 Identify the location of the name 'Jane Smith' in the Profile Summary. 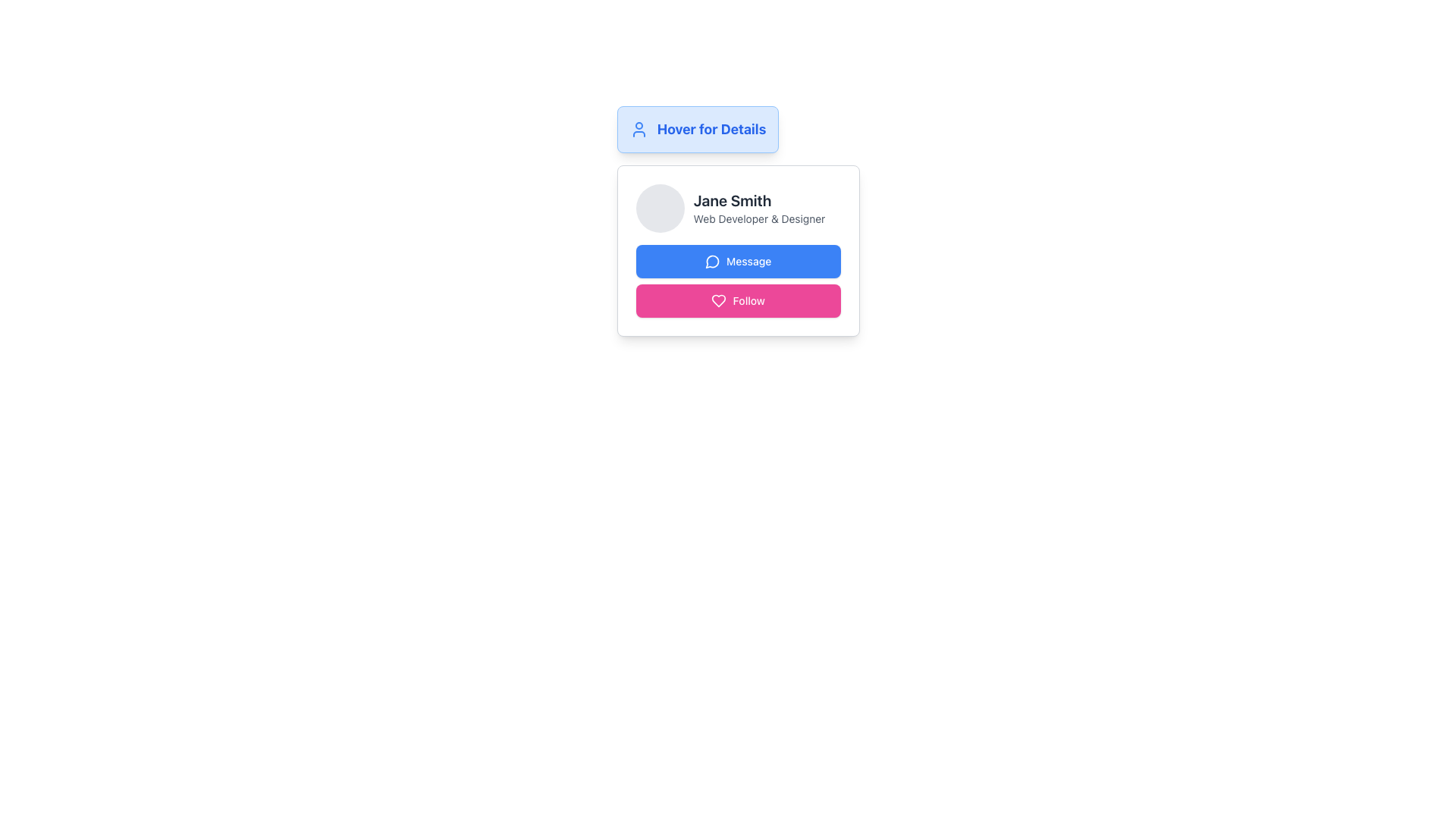
(738, 208).